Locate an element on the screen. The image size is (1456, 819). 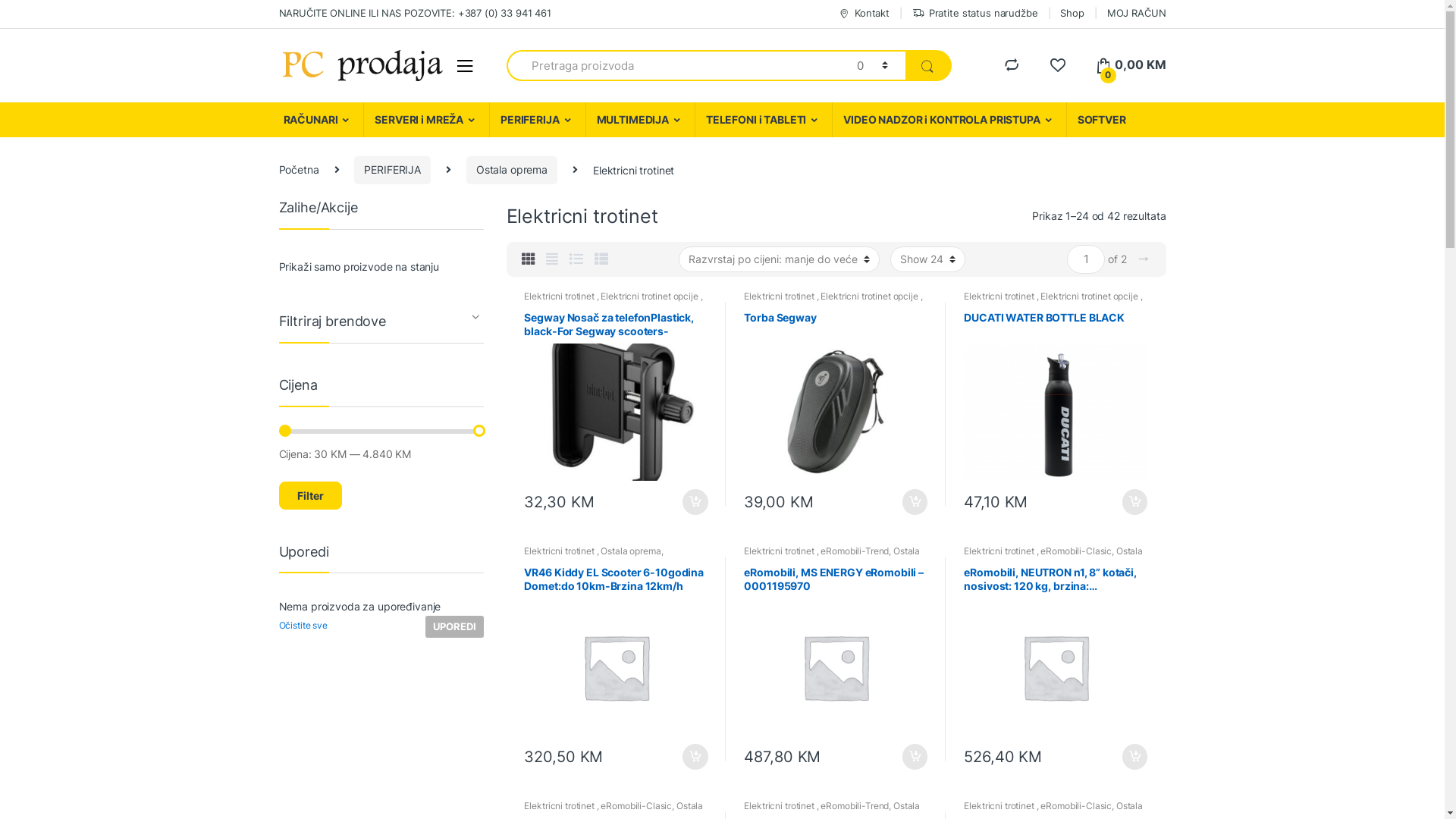
'List View Small' is located at coordinates (600, 259).